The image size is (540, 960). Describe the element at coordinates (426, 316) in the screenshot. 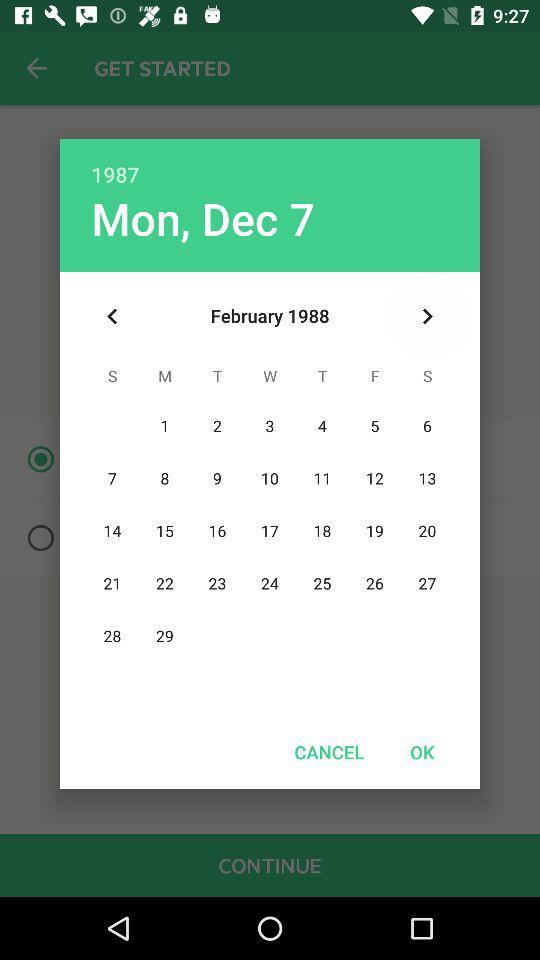

I see `the icon at the top right corner` at that location.